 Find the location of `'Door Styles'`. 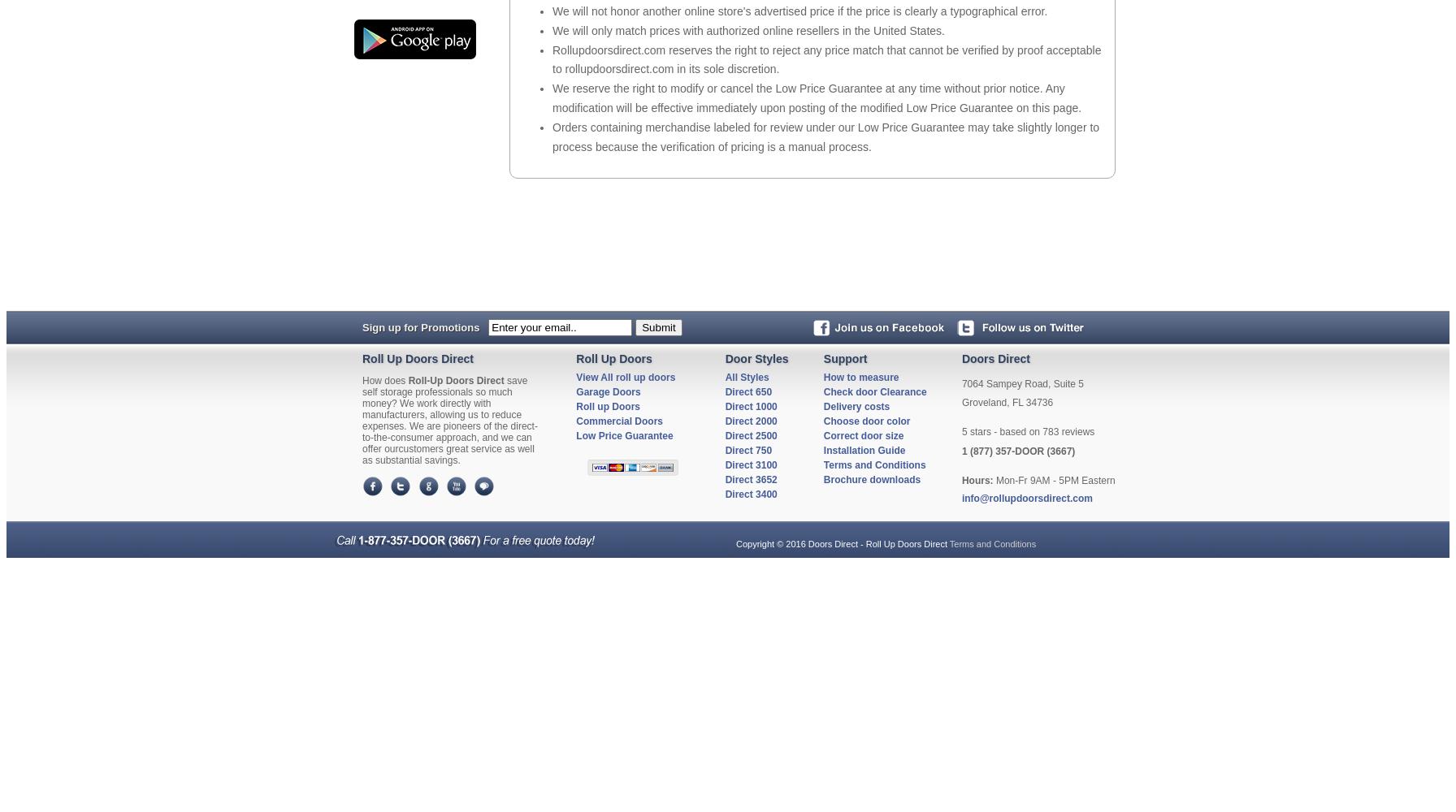

'Door Styles' is located at coordinates (756, 357).